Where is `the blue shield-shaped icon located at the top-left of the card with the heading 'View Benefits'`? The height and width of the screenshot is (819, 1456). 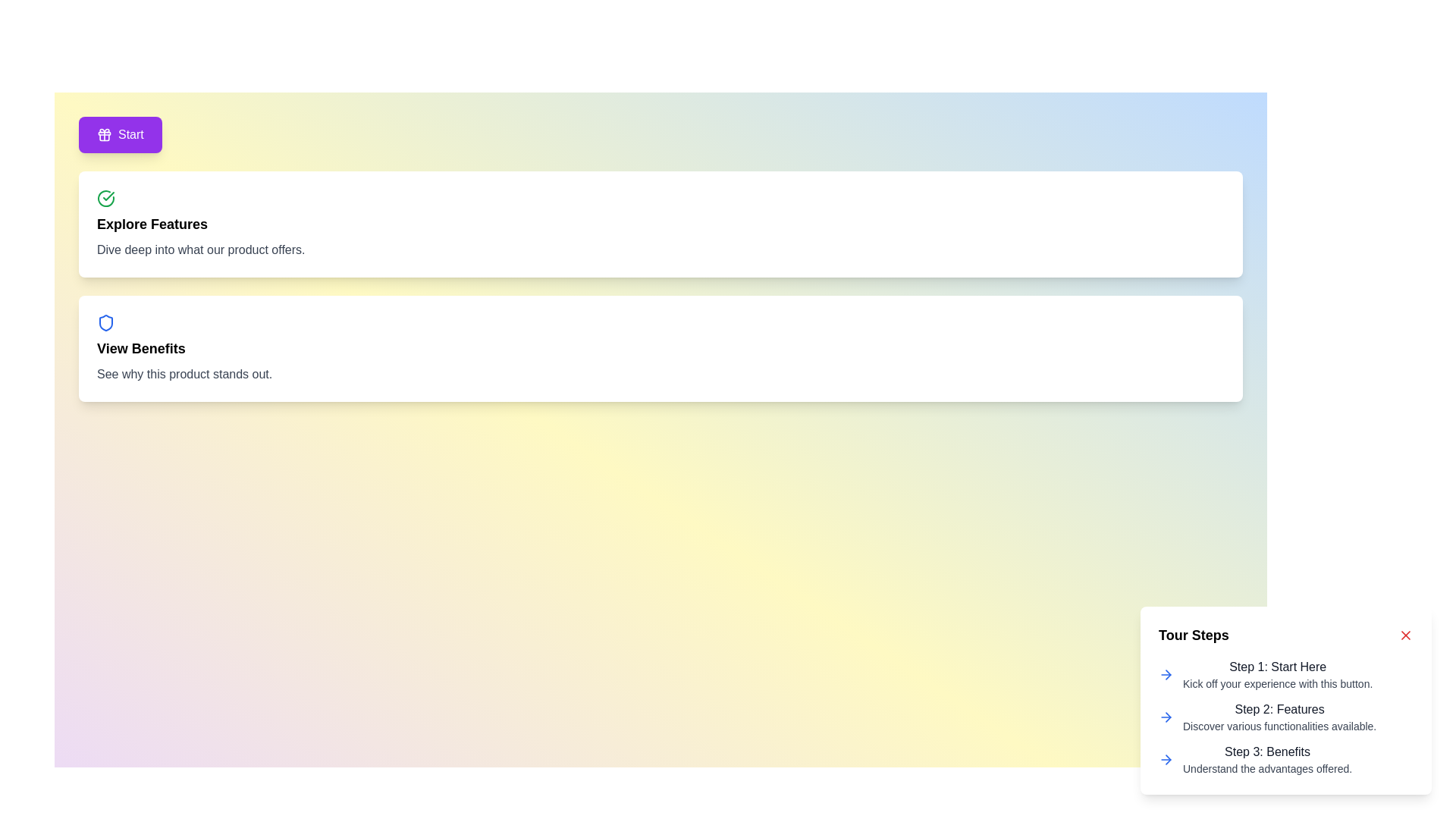 the blue shield-shaped icon located at the top-left of the card with the heading 'View Benefits' is located at coordinates (105, 322).